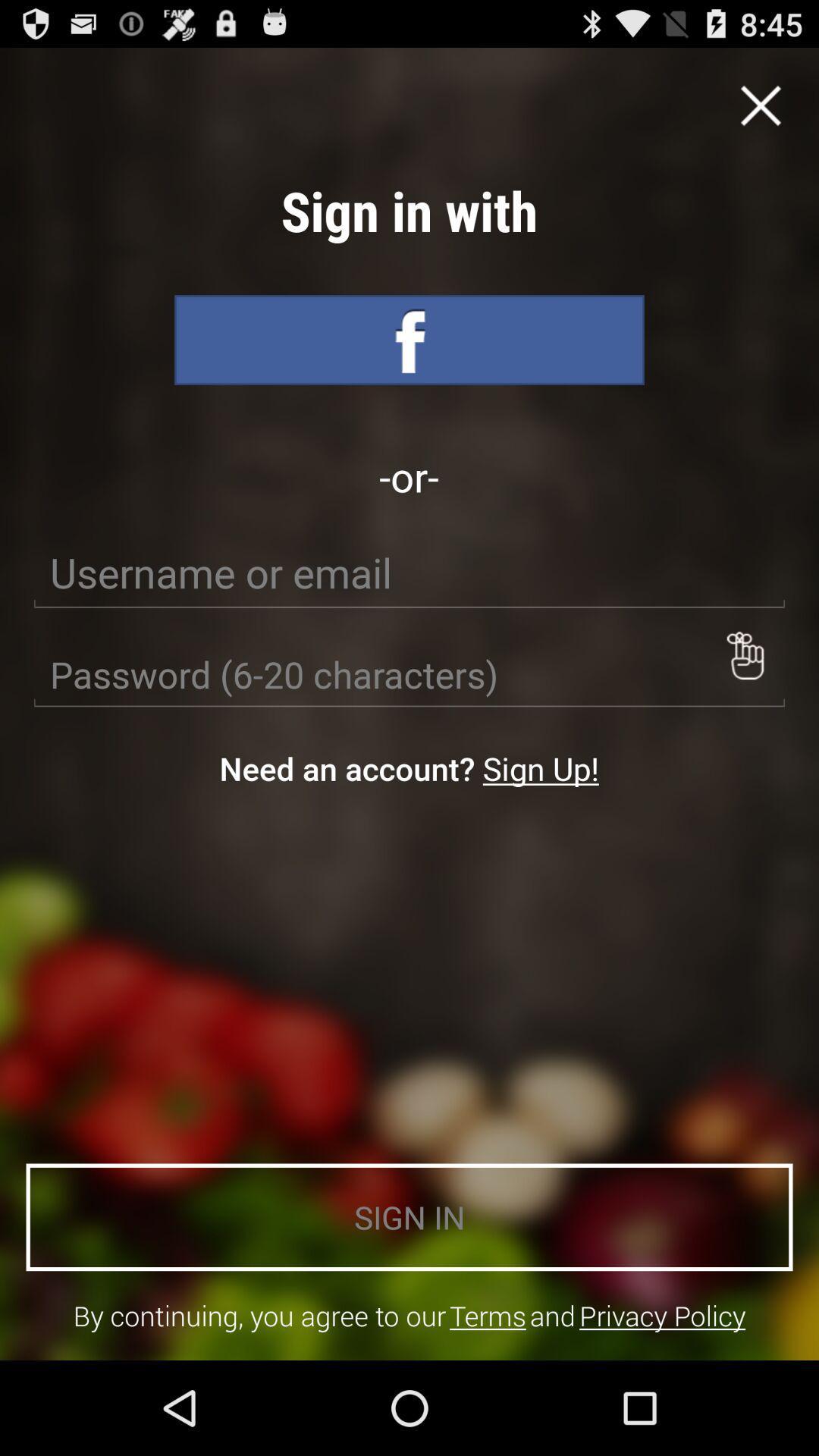 This screenshot has width=819, height=1456. I want to click on the icon next to the need an account? item, so click(540, 768).